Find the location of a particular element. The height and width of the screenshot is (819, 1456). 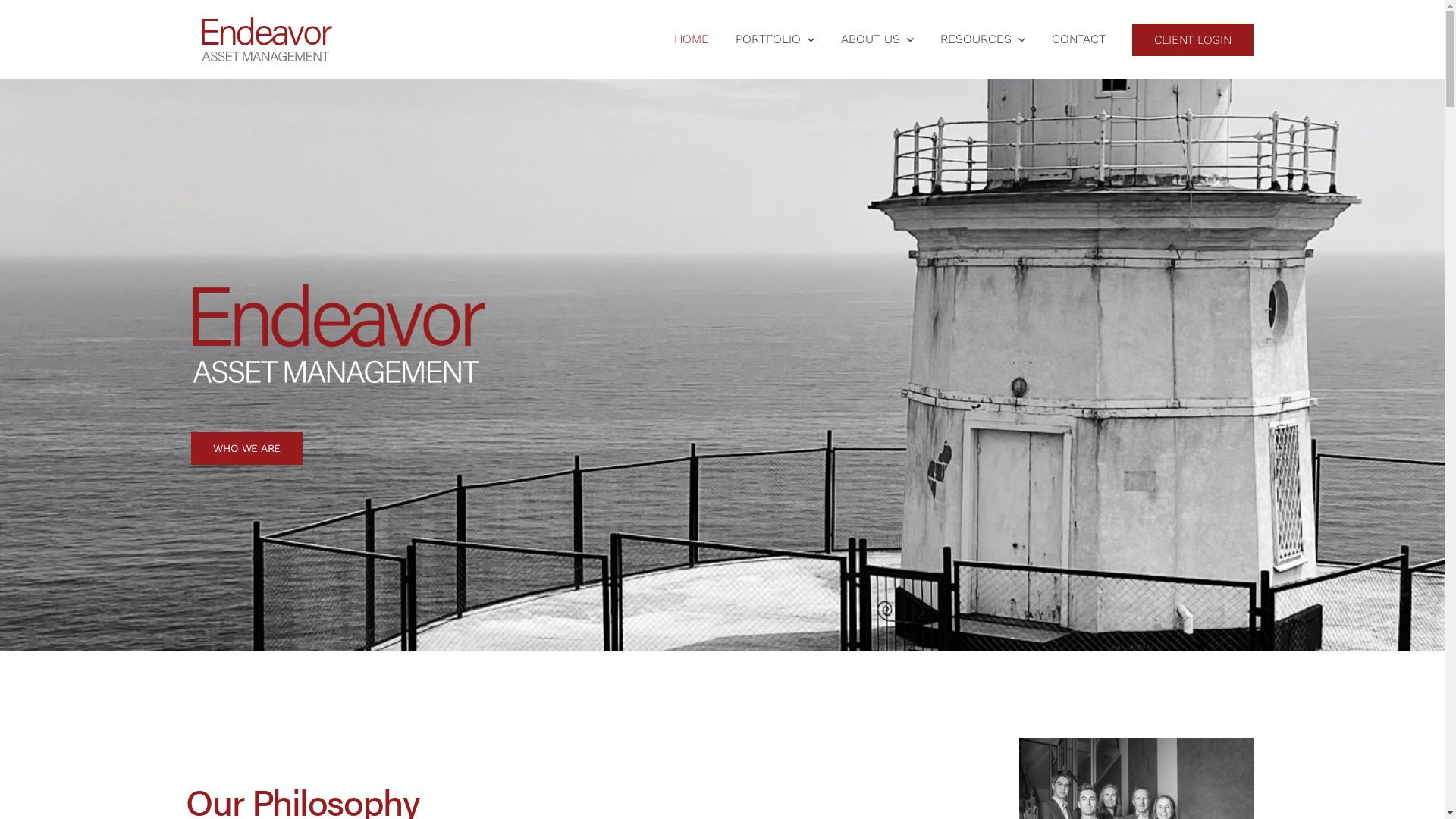

'RESOURCES' is located at coordinates (983, 38).